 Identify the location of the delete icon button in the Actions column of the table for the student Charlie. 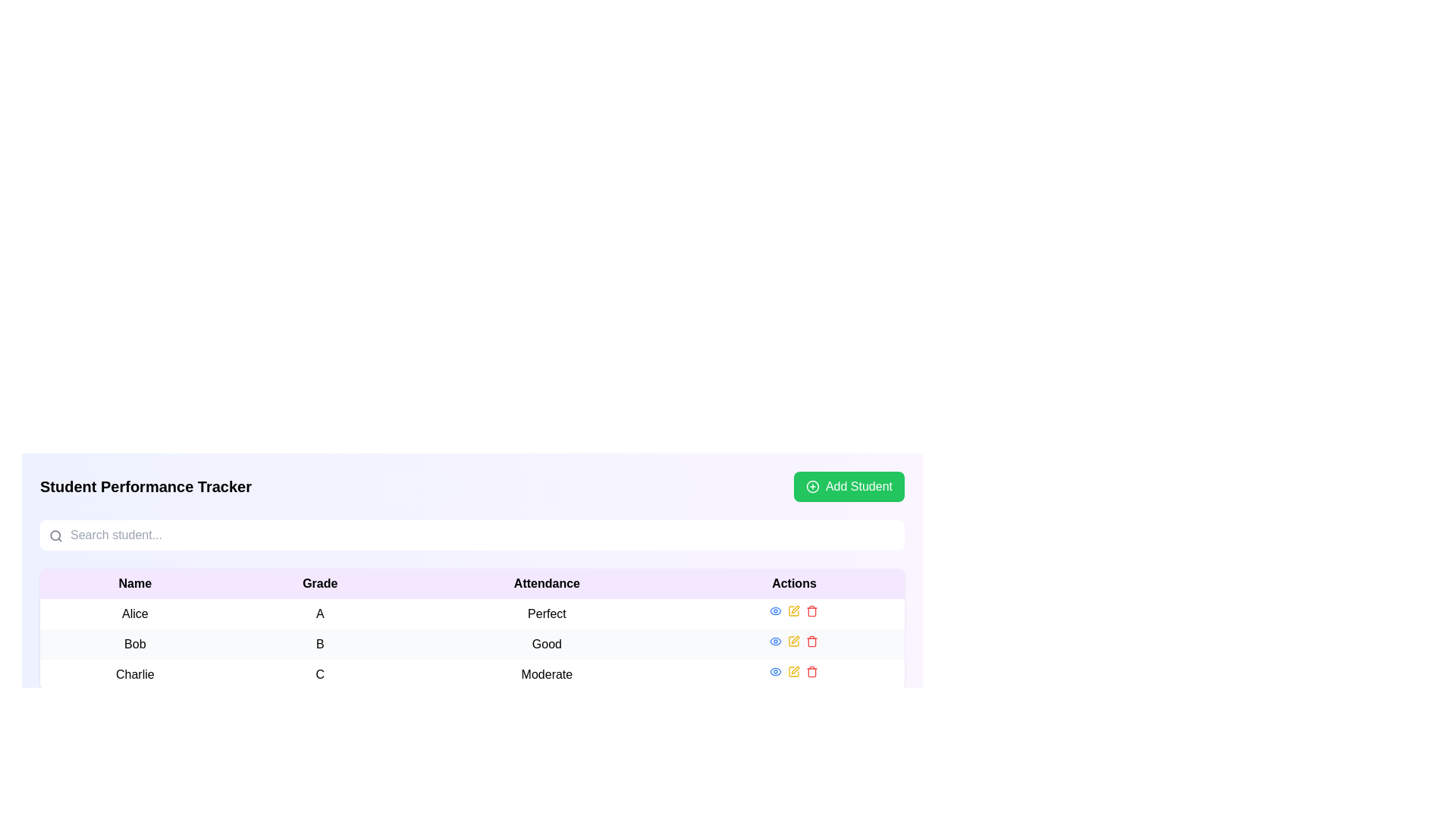
(811, 611).